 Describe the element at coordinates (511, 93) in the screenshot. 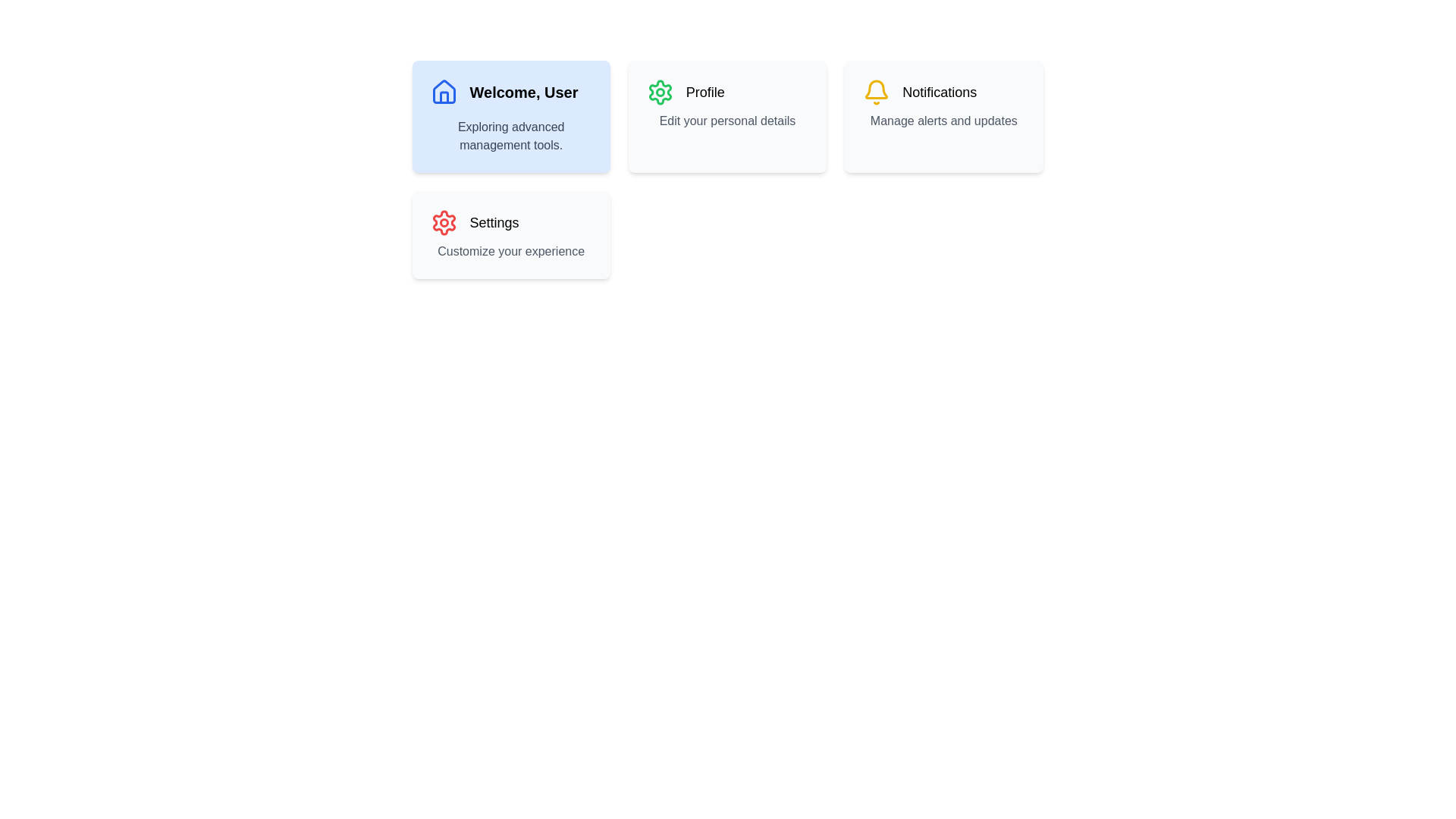

I see `the Text Header with Icon that features a house icon and the text 'Welcome, User' at the top of the card` at that location.